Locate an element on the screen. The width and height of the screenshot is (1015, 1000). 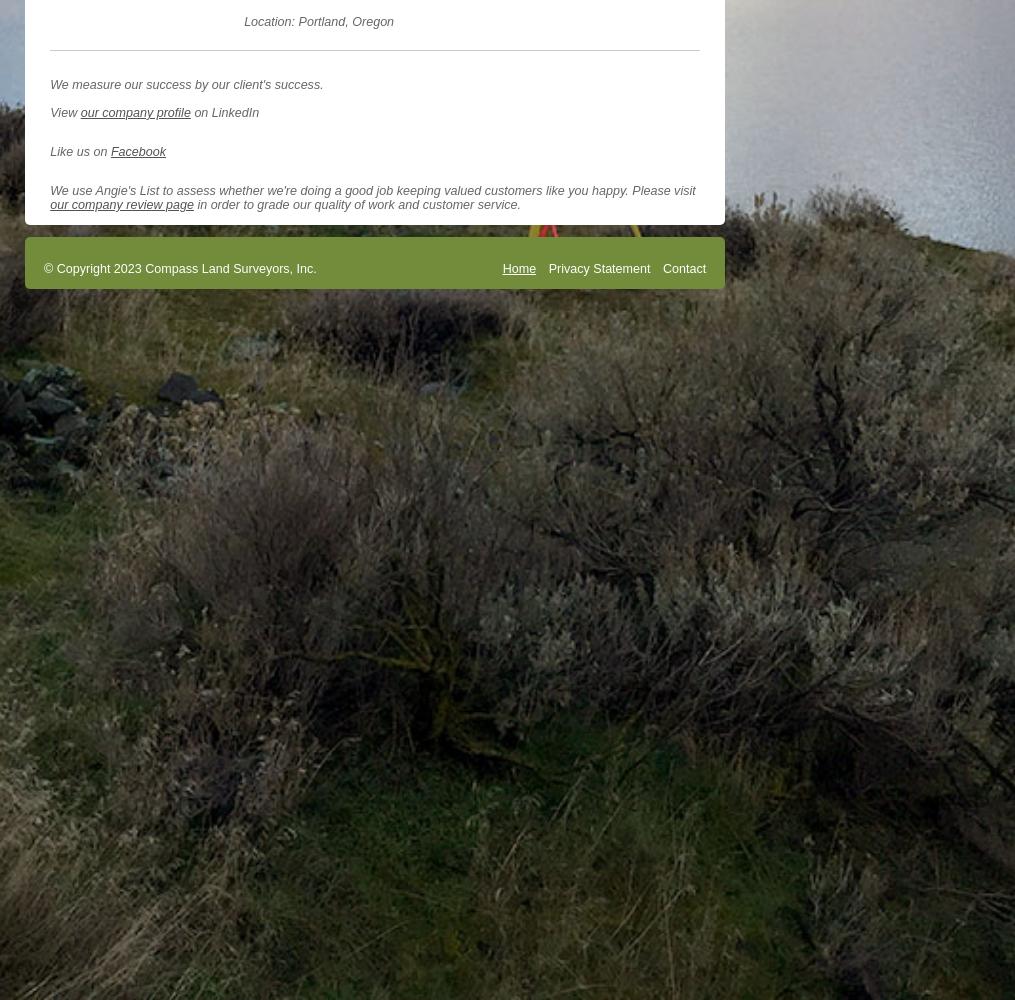
'our company review page' is located at coordinates (121, 204).